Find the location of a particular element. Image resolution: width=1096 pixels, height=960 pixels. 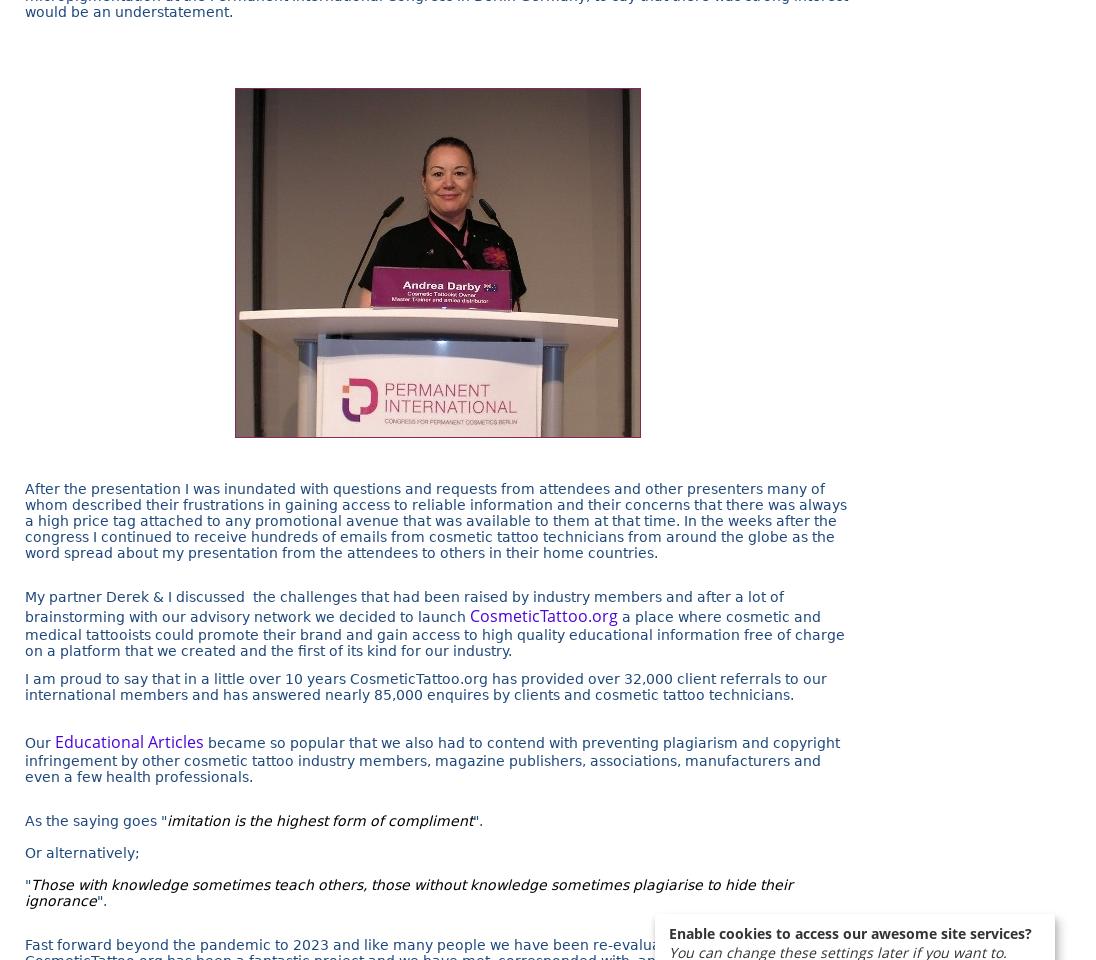

'"' is located at coordinates (26, 882).